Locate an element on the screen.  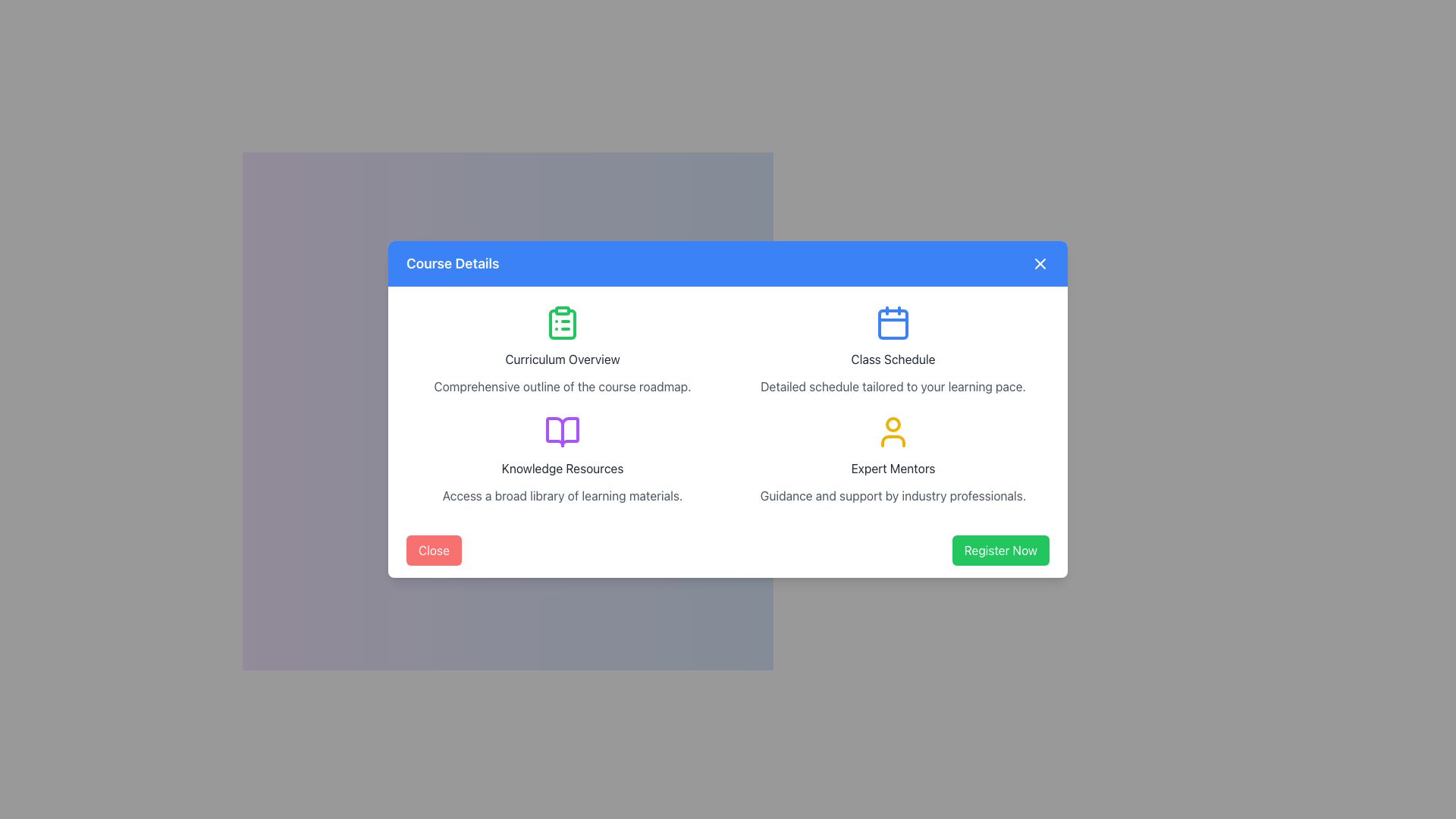
the Decorative Icon Component, which is a solid blue rounded rectangle inside the 'Class Schedule' calendar icon located in the top-right quadrant of the interface is located at coordinates (893, 324).